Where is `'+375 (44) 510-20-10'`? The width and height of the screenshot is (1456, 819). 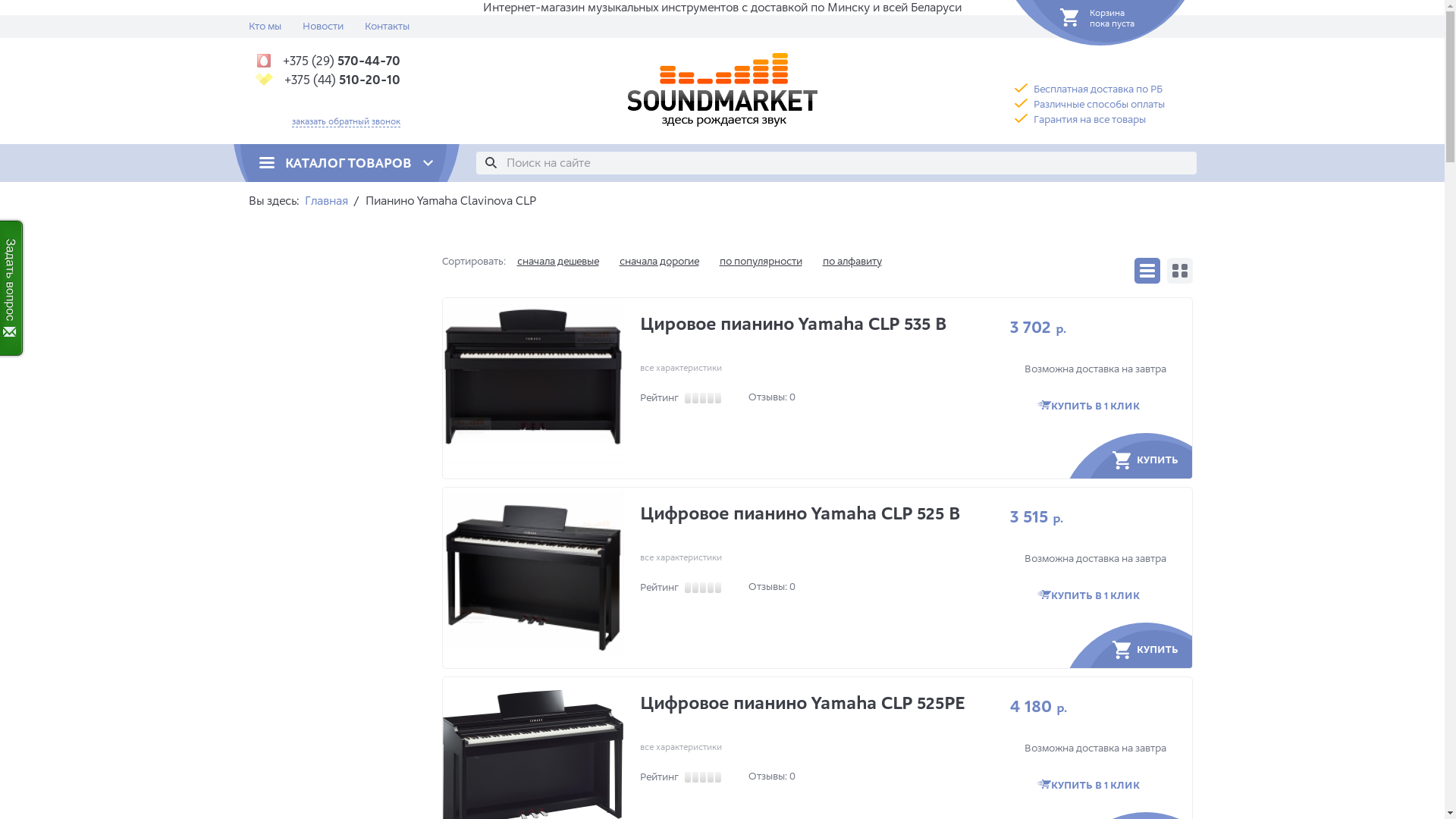
'+375 (44) 510-20-10' is located at coordinates (248, 79).